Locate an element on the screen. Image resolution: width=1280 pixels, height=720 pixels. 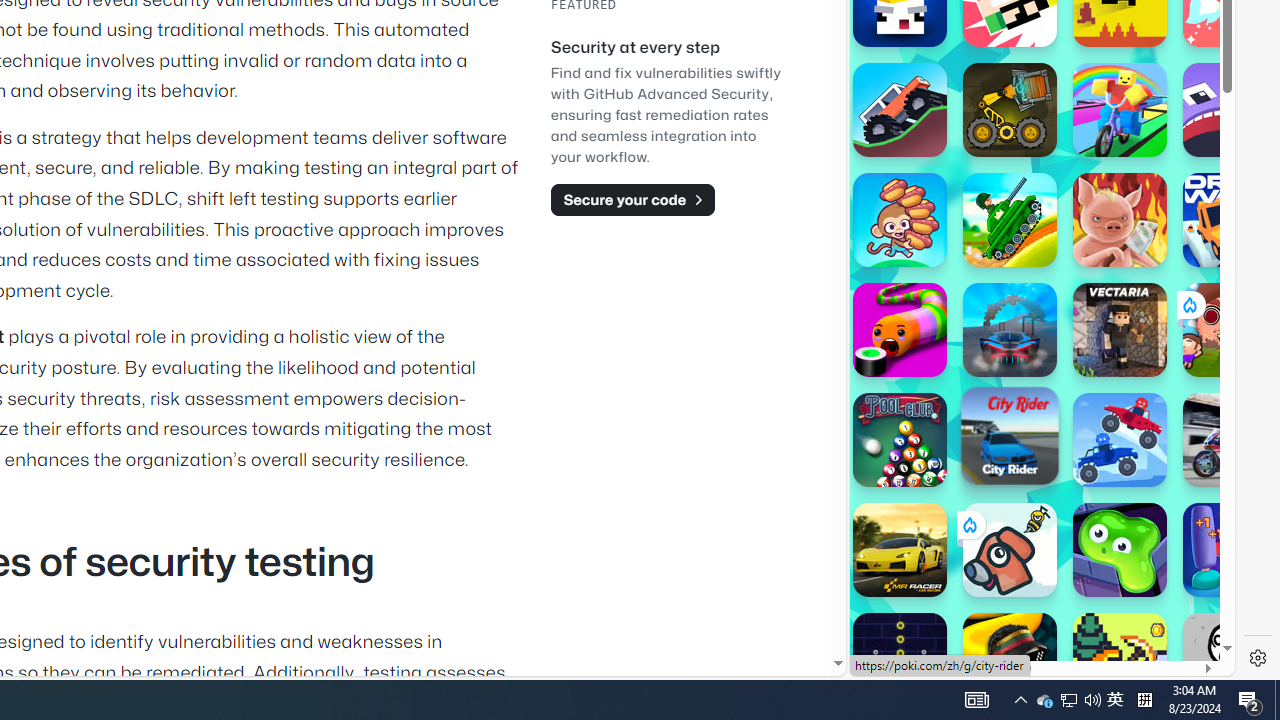
'Pool Club Pool Club' is located at coordinates (898, 438).